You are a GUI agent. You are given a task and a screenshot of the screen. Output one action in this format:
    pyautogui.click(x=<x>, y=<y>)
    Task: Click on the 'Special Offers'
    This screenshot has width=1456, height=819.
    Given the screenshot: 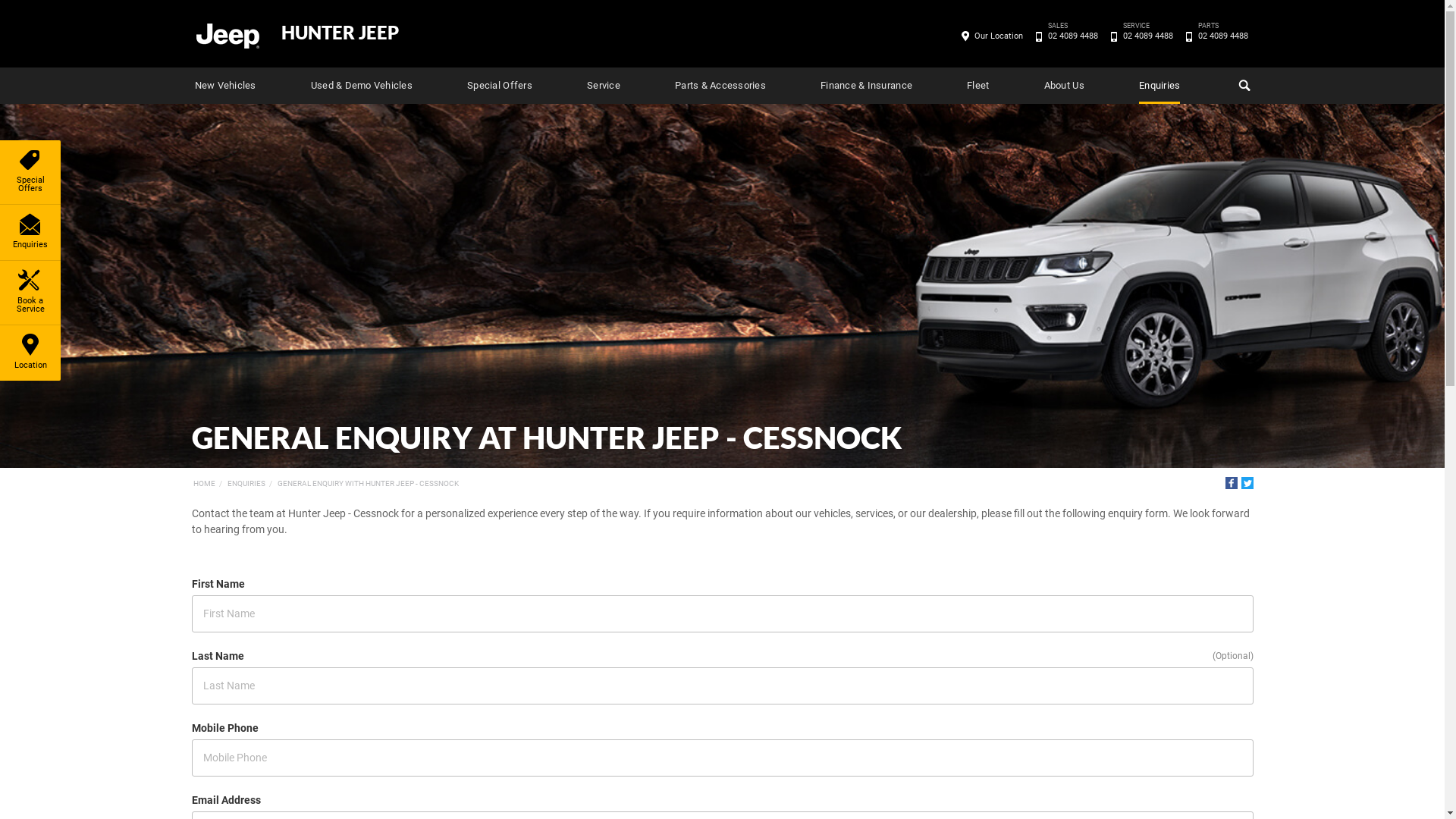 What is the action you would take?
    pyautogui.click(x=30, y=171)
    